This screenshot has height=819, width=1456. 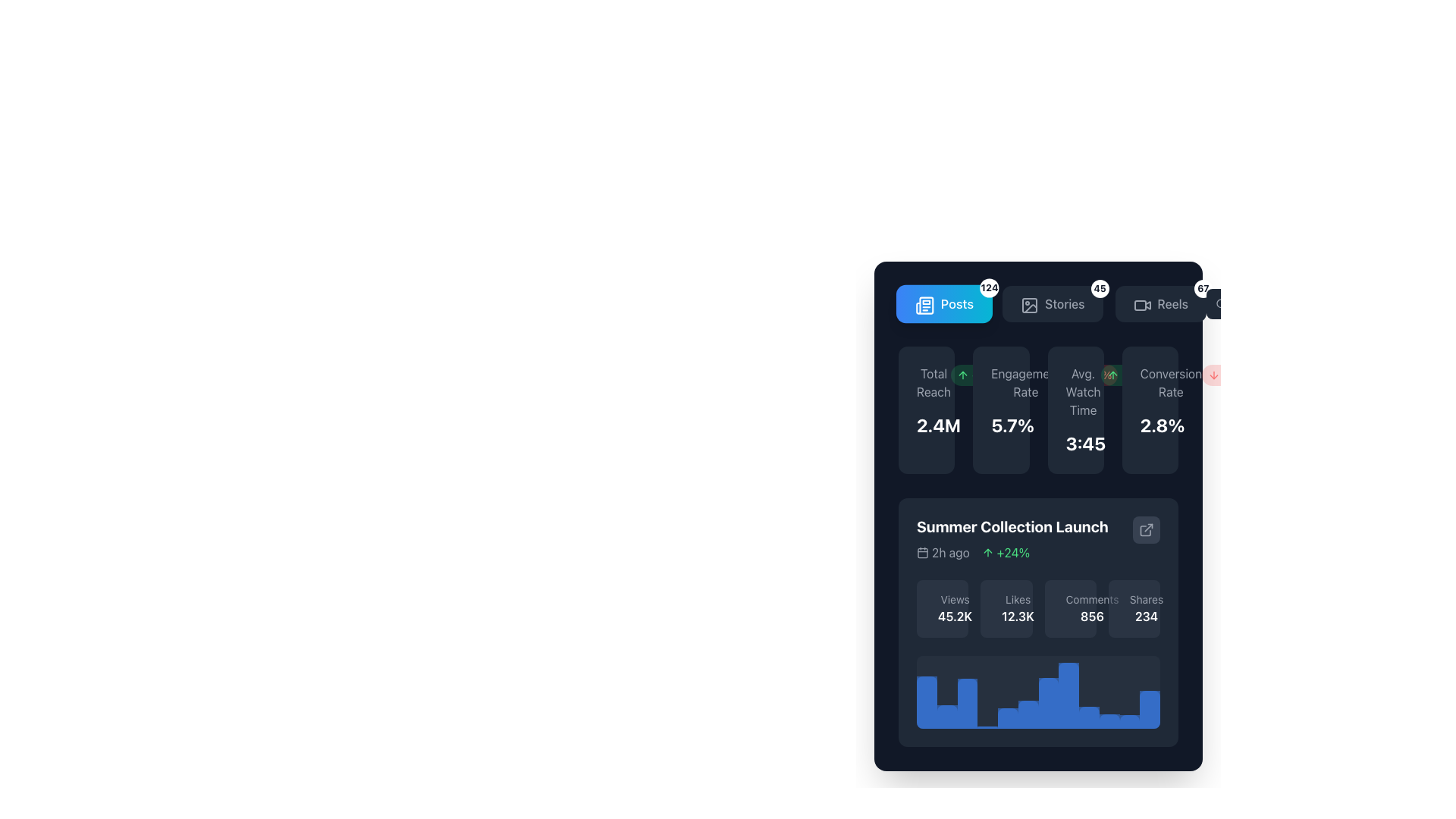 I want to click on the upward arrow icon representing an increase, which is located to the left of the text '+12.5%', situated in the central-right section of the interface, so click(x=1112, y=375).